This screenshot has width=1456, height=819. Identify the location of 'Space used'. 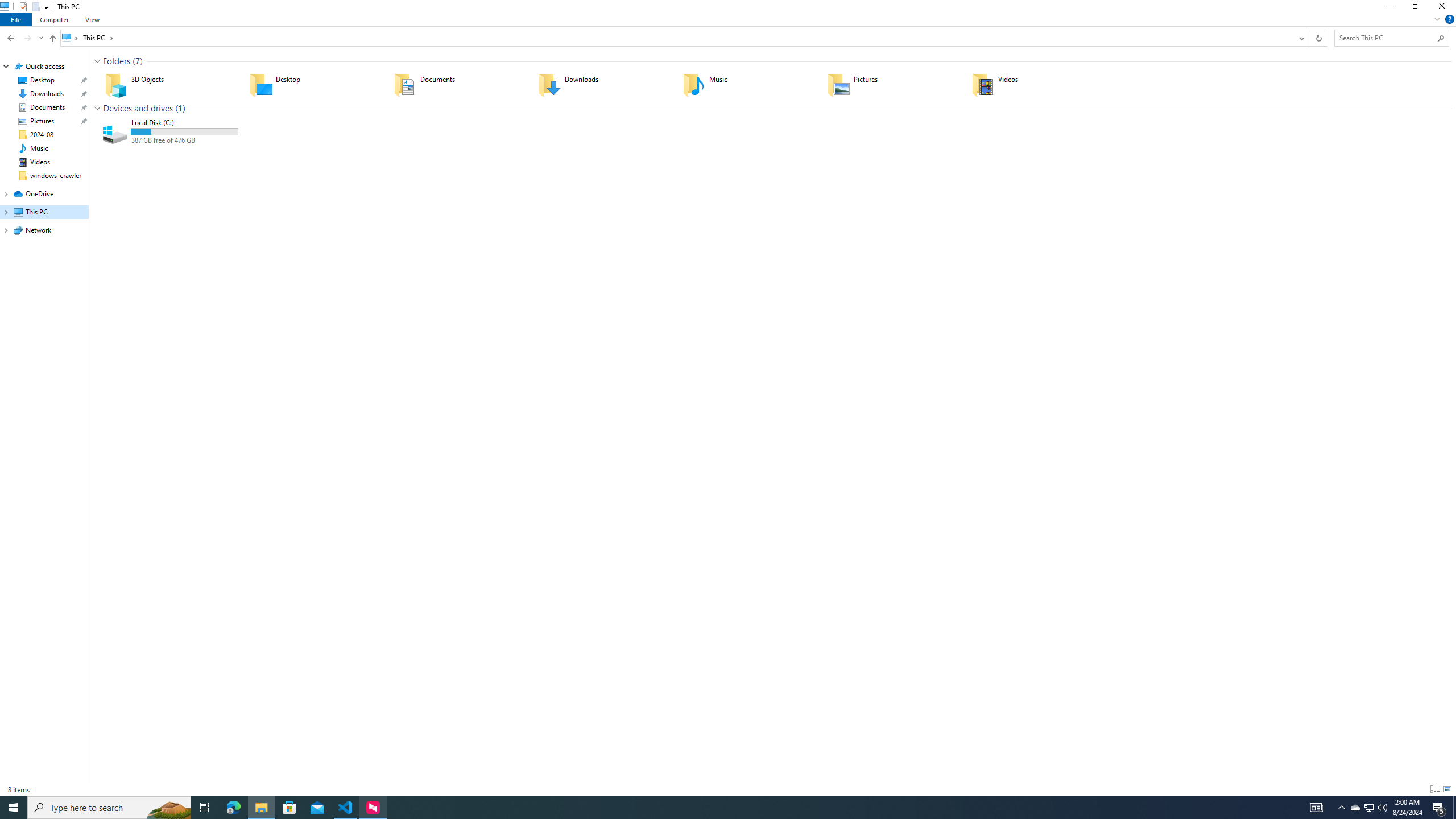
(183, 131).